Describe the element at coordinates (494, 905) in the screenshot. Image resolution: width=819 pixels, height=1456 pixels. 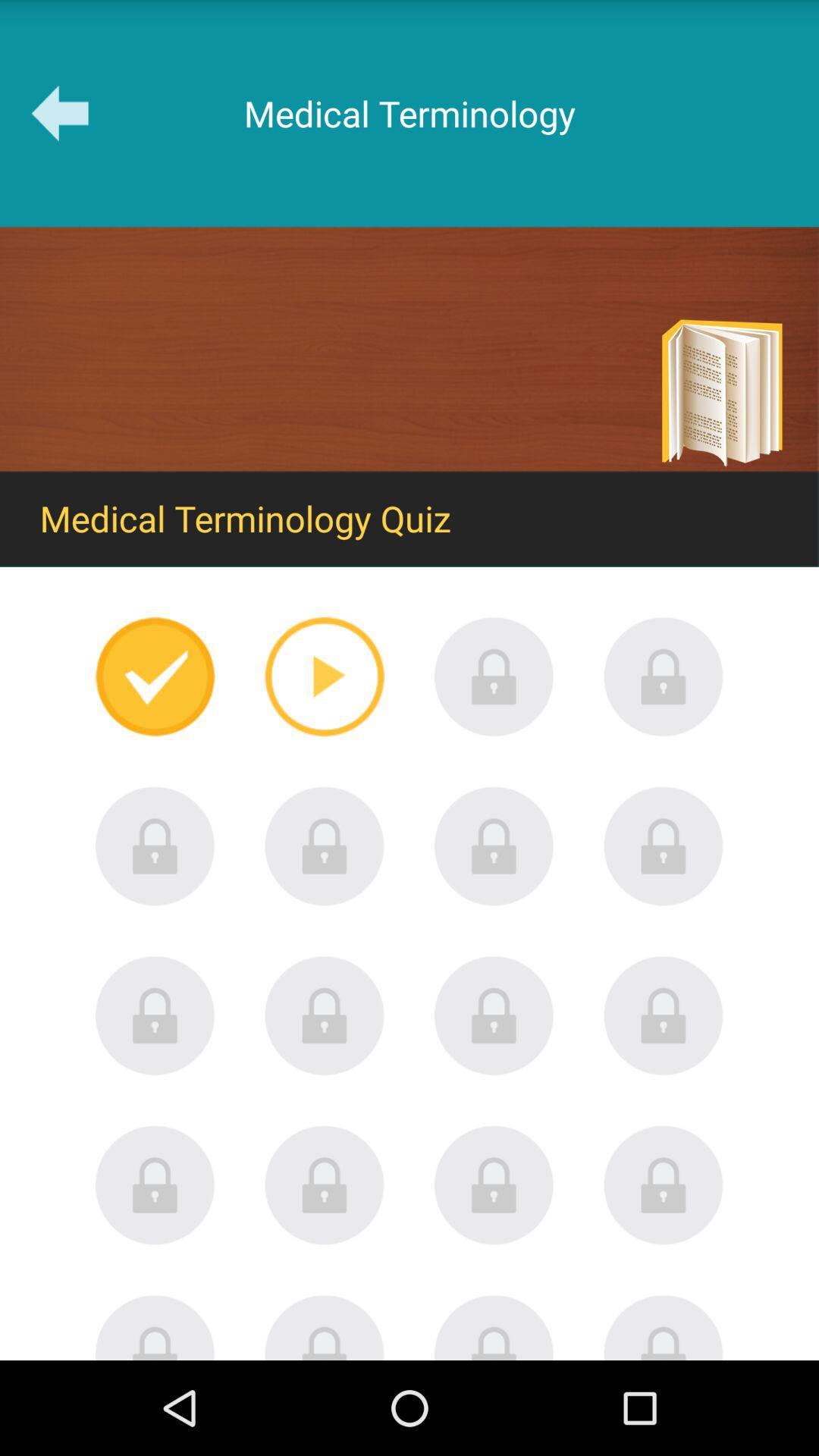
I see `the lock icon` at that location.